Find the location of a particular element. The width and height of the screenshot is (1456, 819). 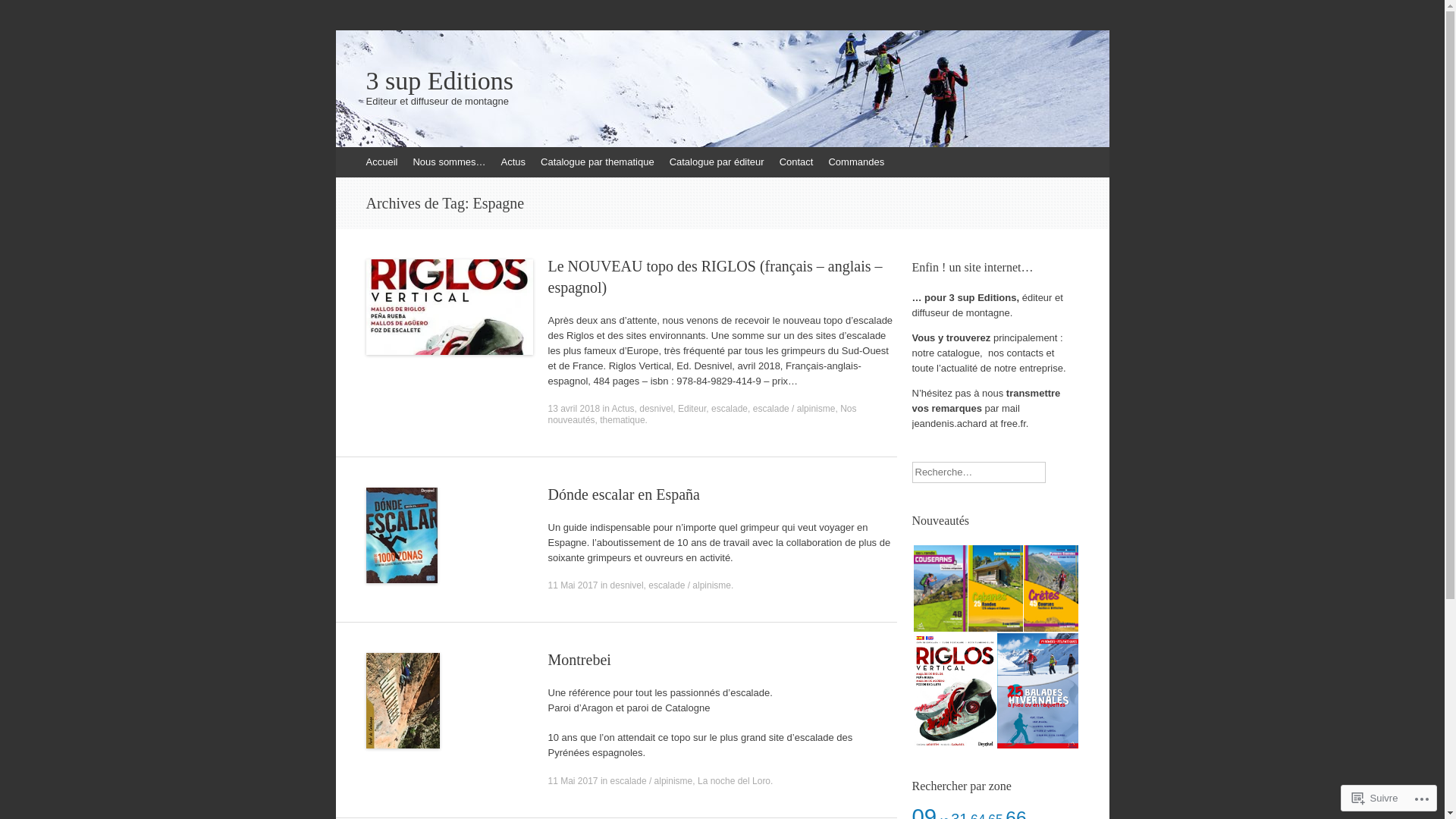

'Commandes' is located at coordinates (855, 162).